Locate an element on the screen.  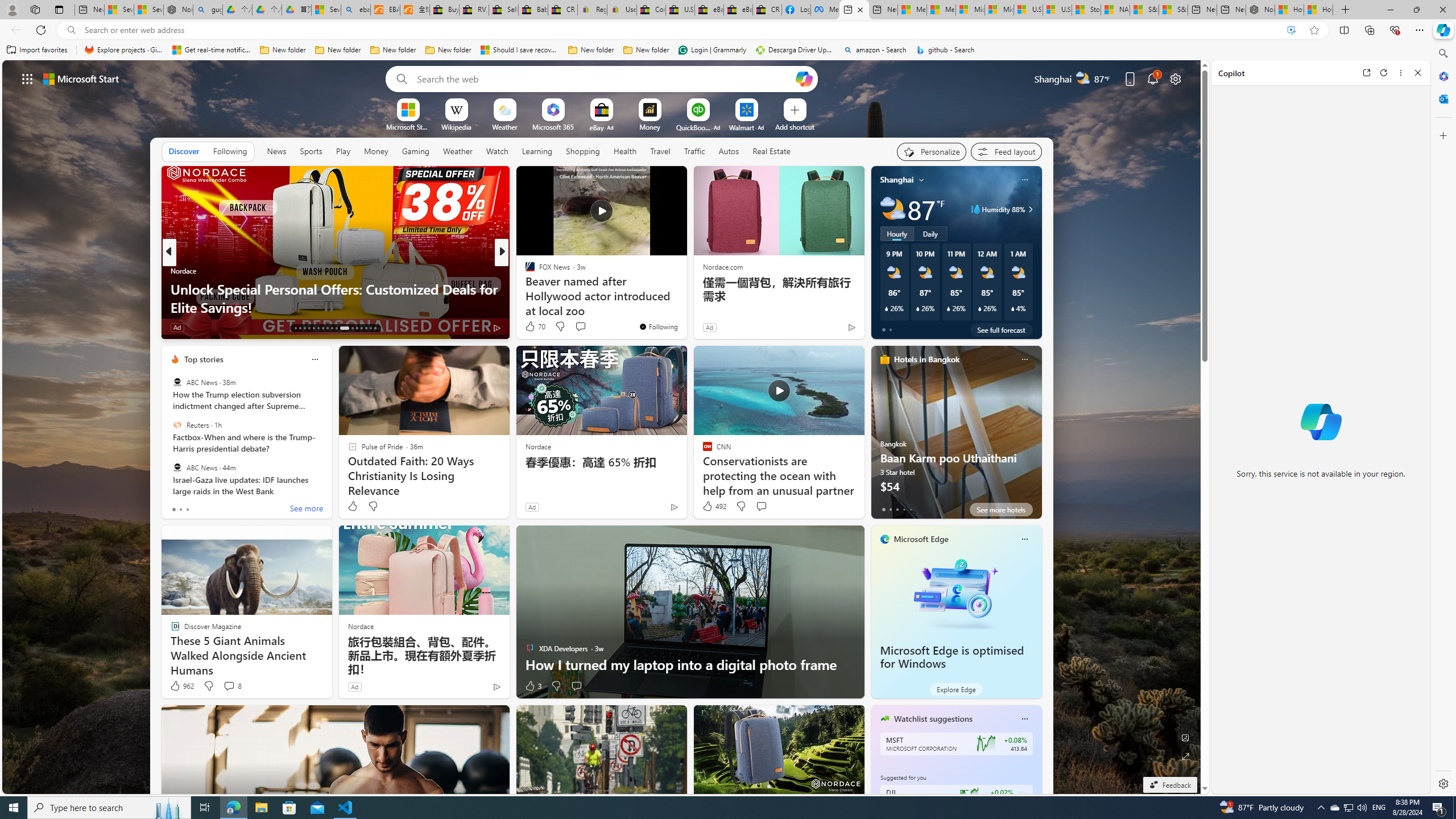
'Reuters' is located at coordinates (176, 424).